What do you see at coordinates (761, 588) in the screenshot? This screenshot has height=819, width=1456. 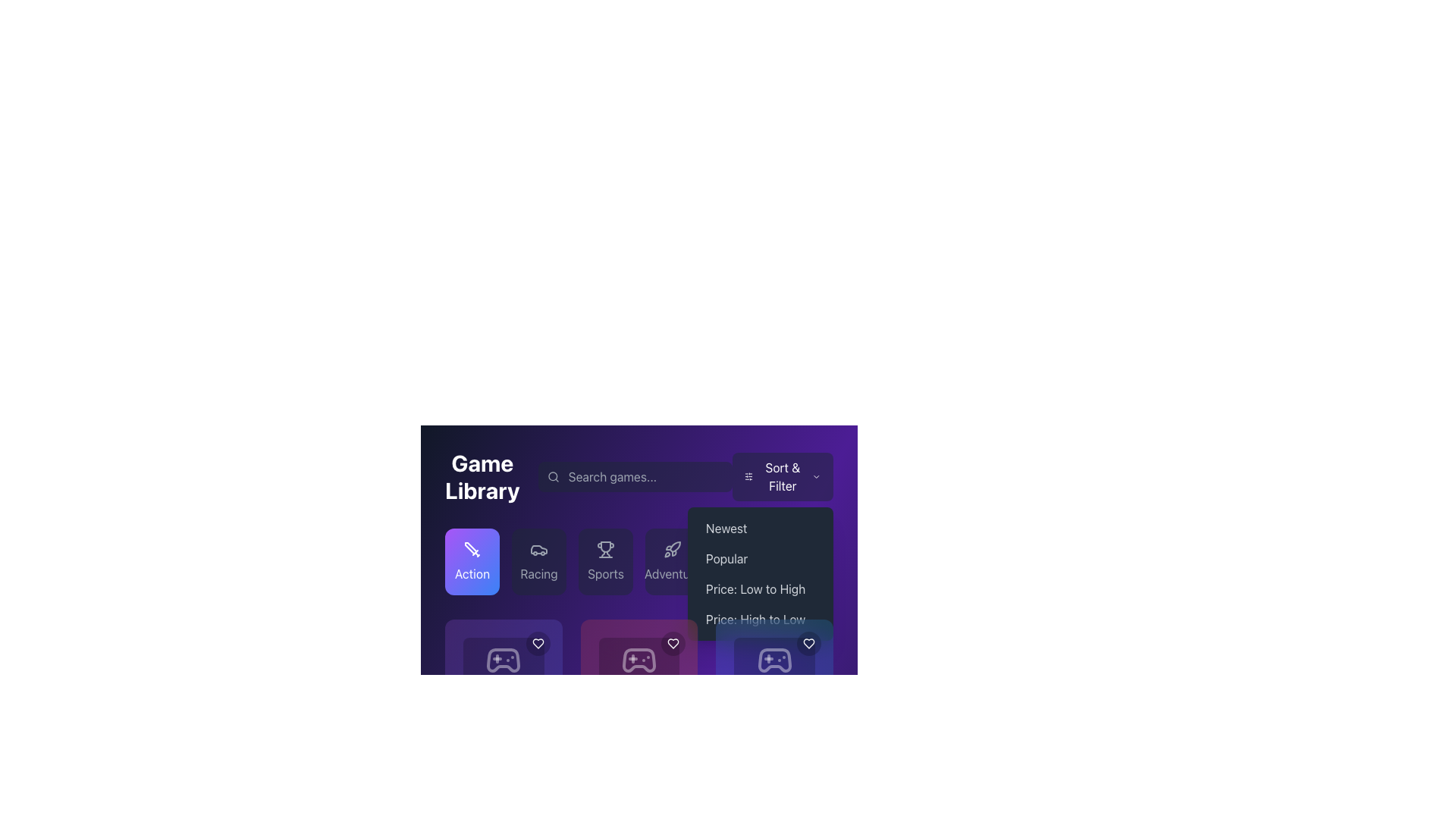 I see `the third item in the dropdown menu that sorts items by price in ascending order` at bounding box center [761, 588].